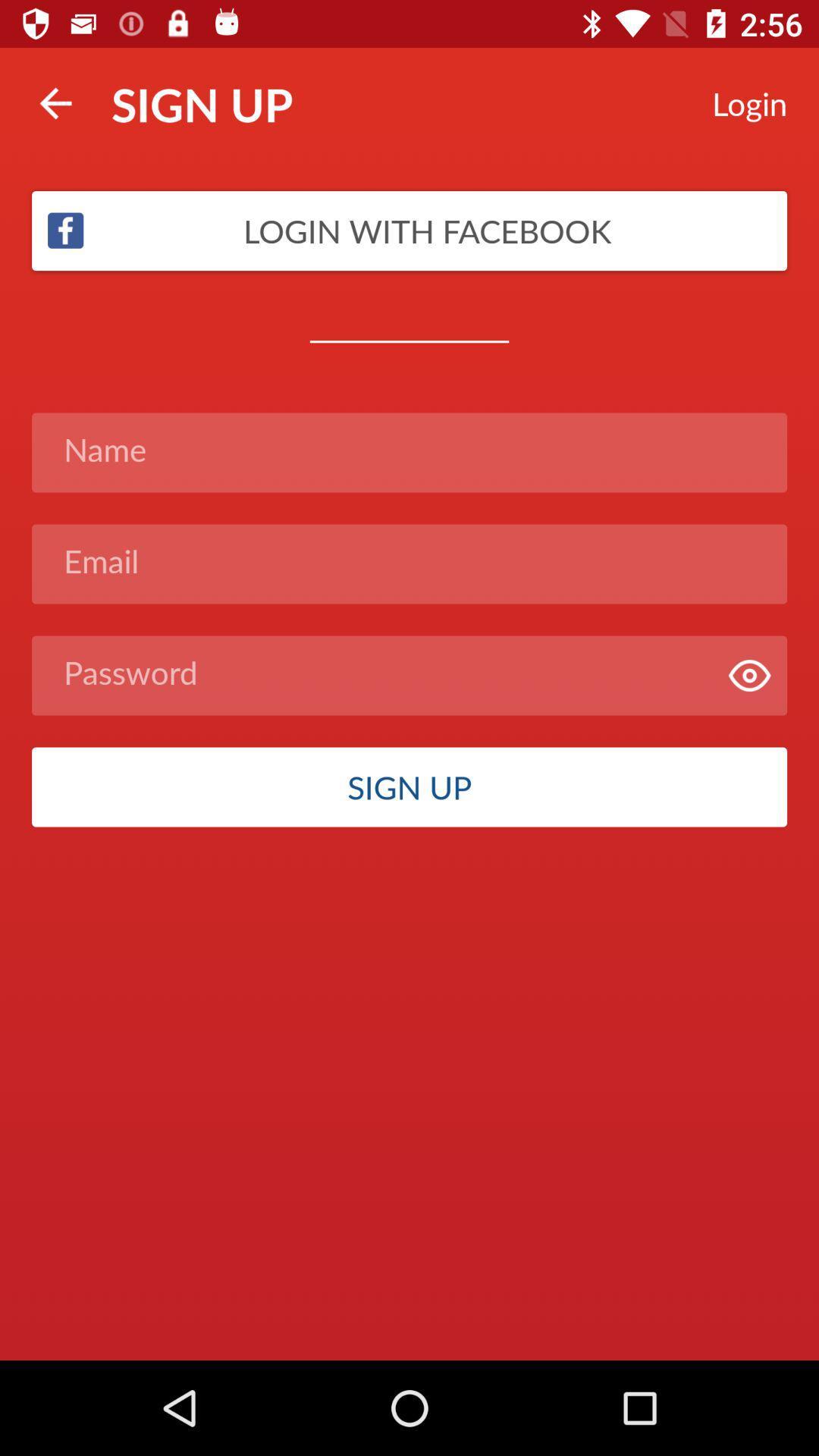  I want to click on the visibility icon, so click(748, 675).